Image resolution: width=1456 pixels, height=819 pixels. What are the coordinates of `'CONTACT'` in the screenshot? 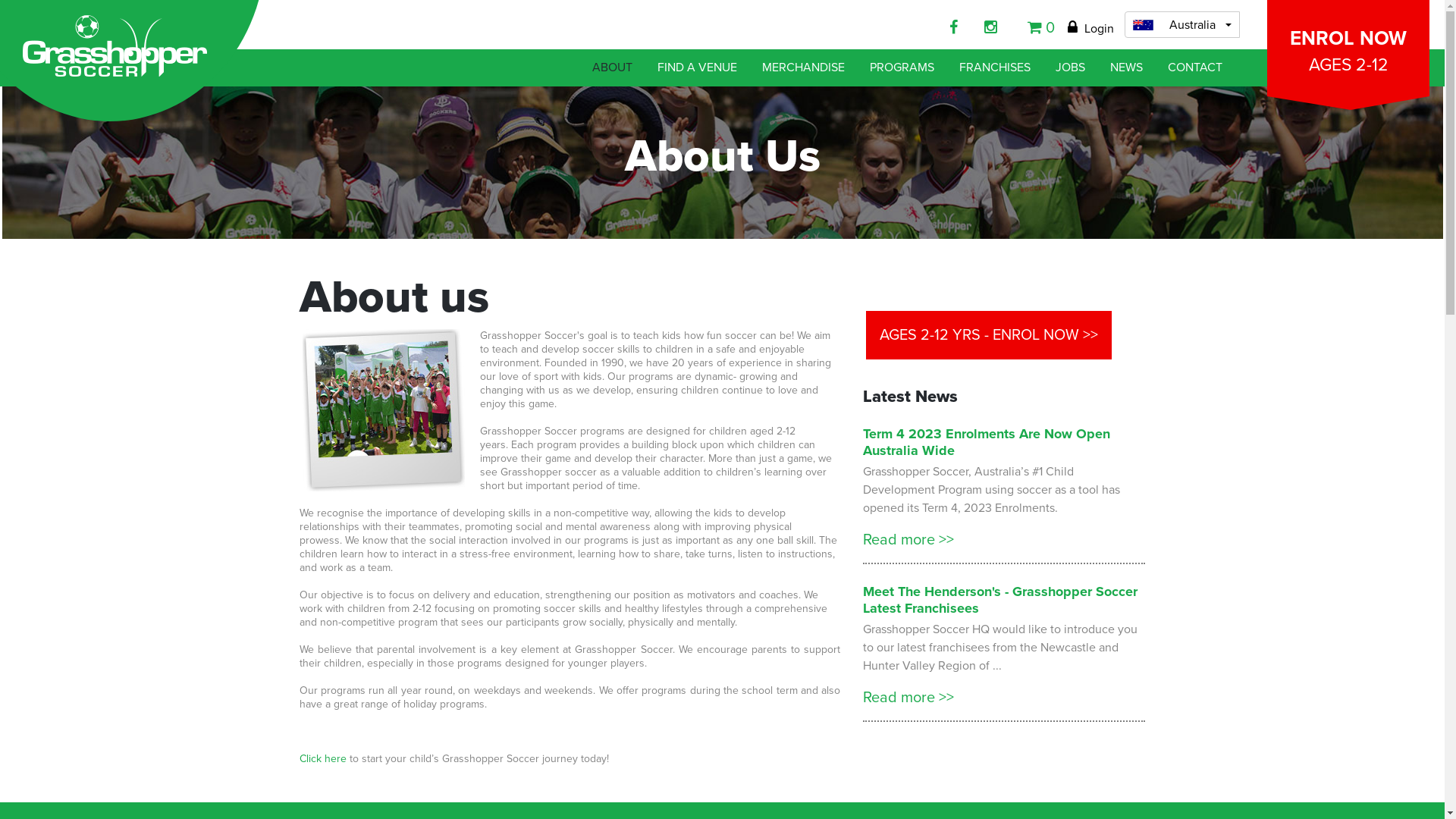 It's located at (1194, 67).